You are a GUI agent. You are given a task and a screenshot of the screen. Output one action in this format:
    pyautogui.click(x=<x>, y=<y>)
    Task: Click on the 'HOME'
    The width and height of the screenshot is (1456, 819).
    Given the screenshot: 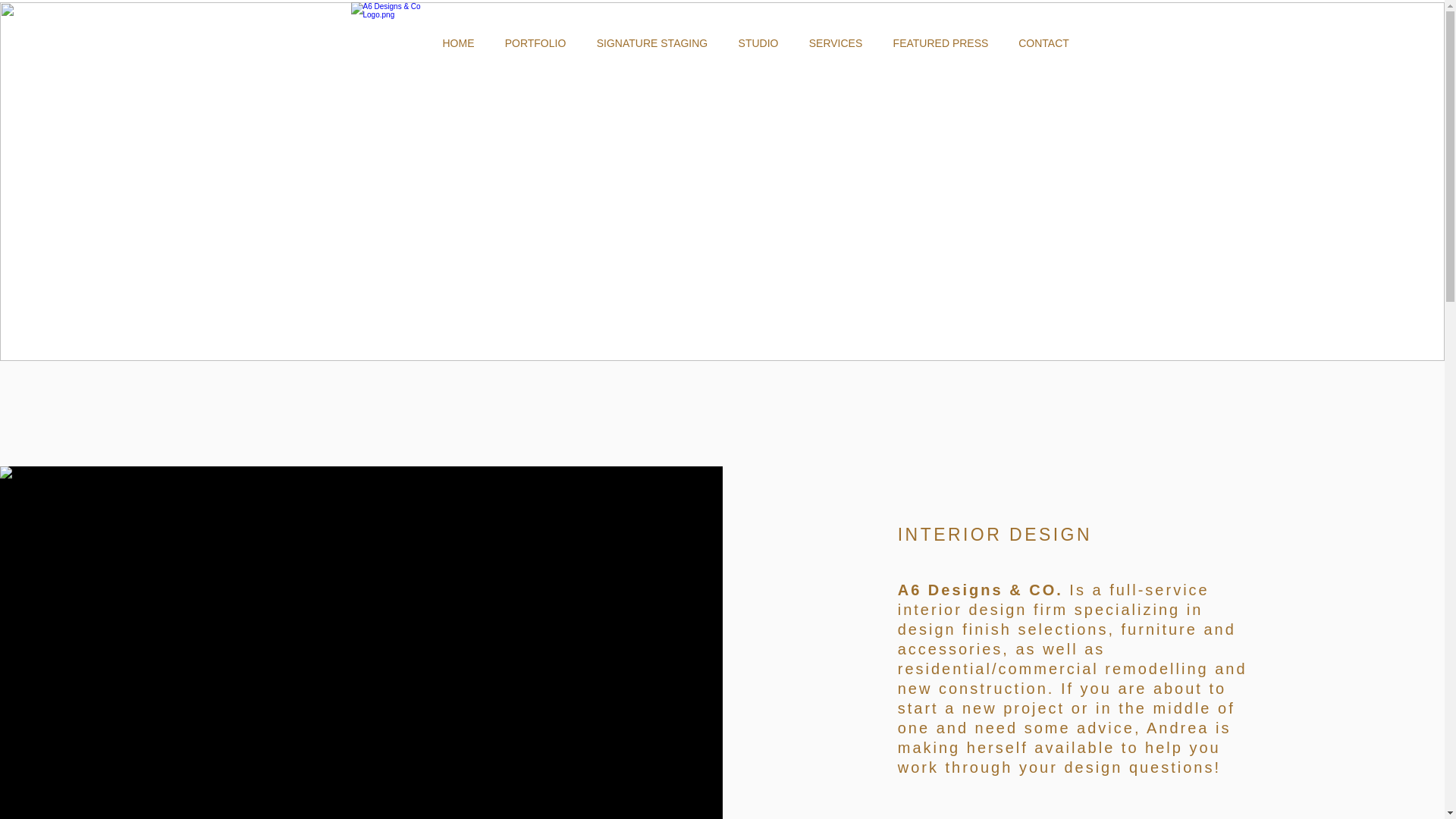 What is the action you would take?
    pyautogui.click(x=457, y=42)
    